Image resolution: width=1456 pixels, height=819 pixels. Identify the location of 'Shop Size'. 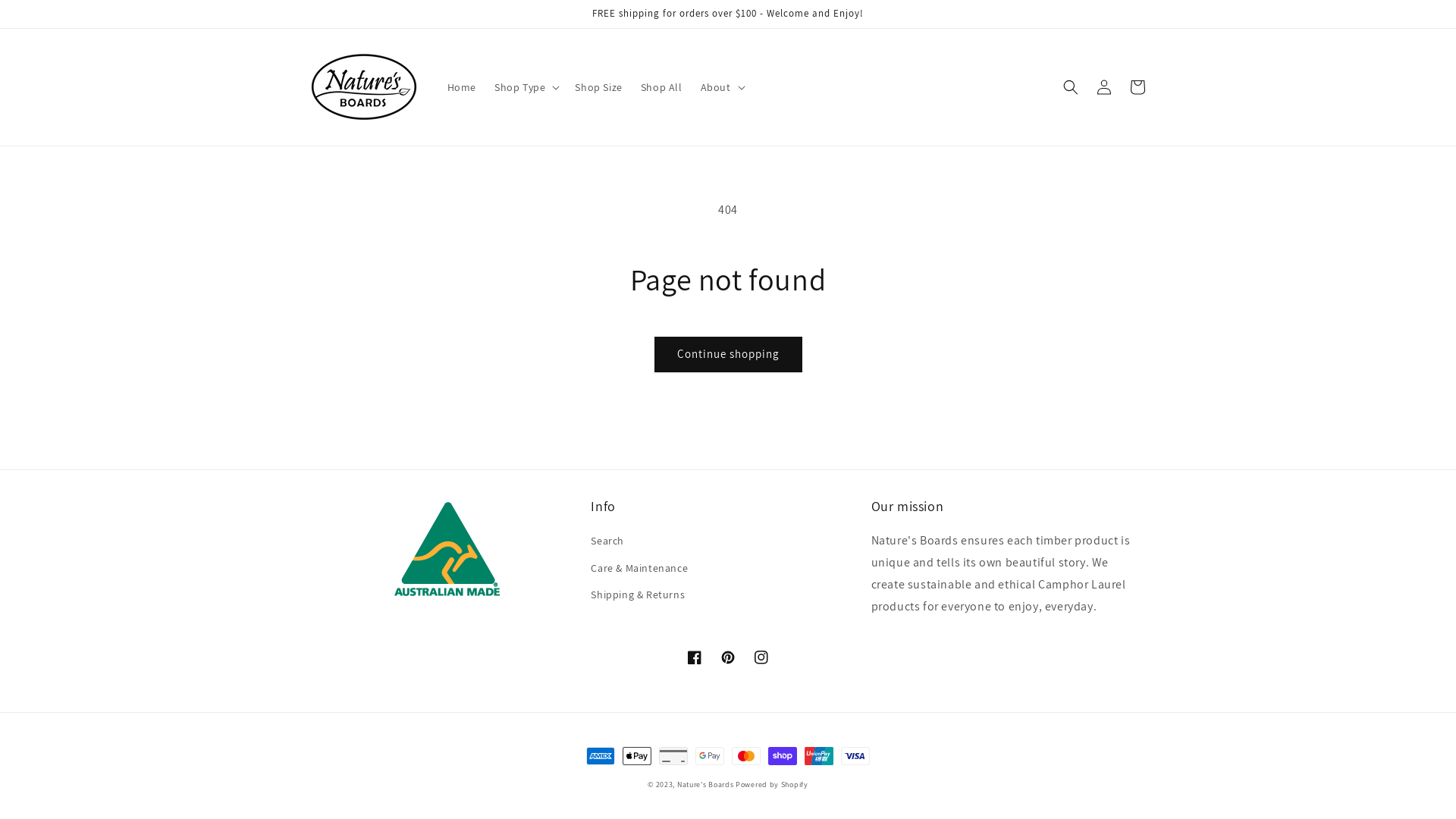
(597, 87).